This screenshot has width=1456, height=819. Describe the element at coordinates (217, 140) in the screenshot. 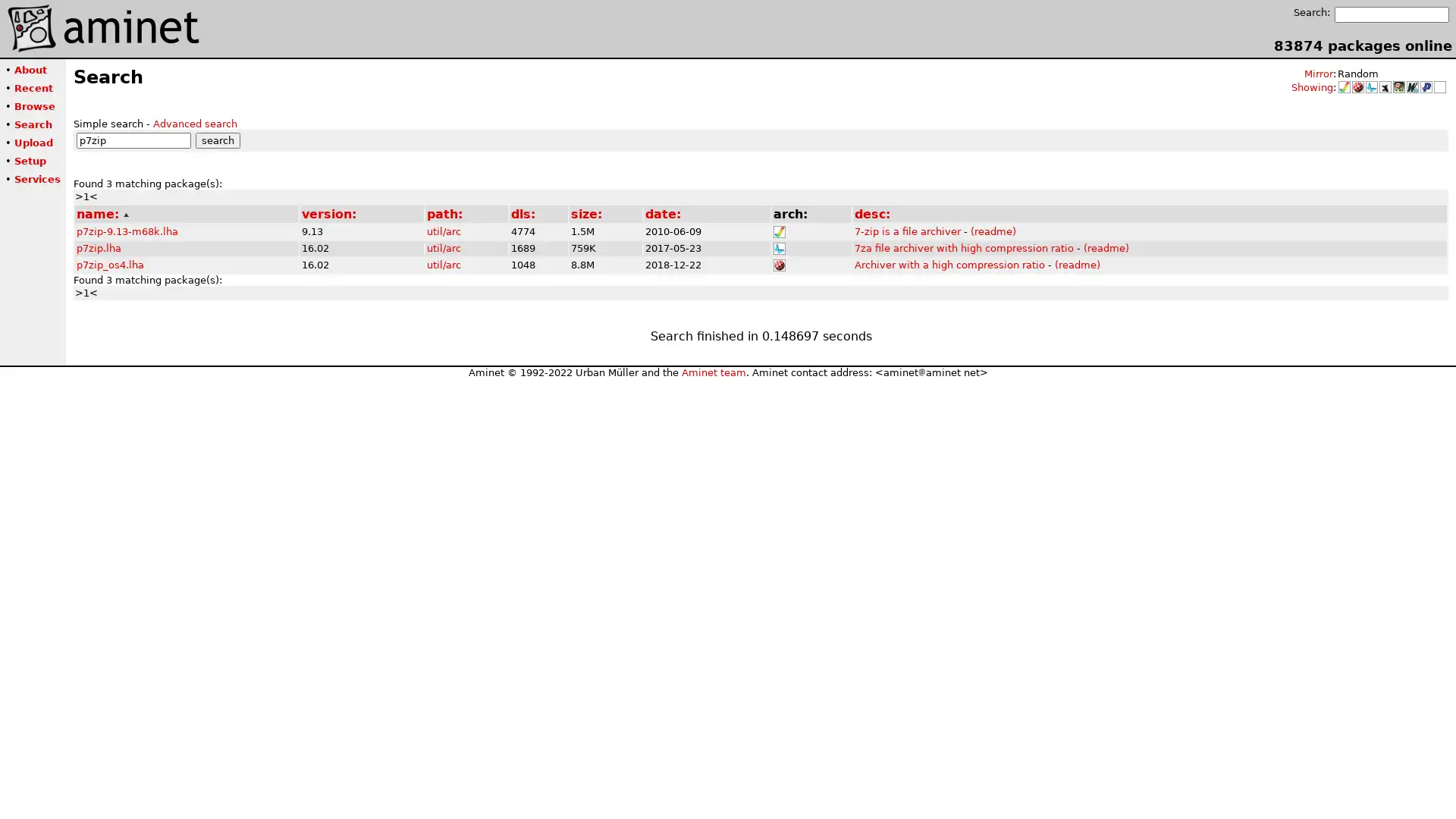

I see `search` at that location.